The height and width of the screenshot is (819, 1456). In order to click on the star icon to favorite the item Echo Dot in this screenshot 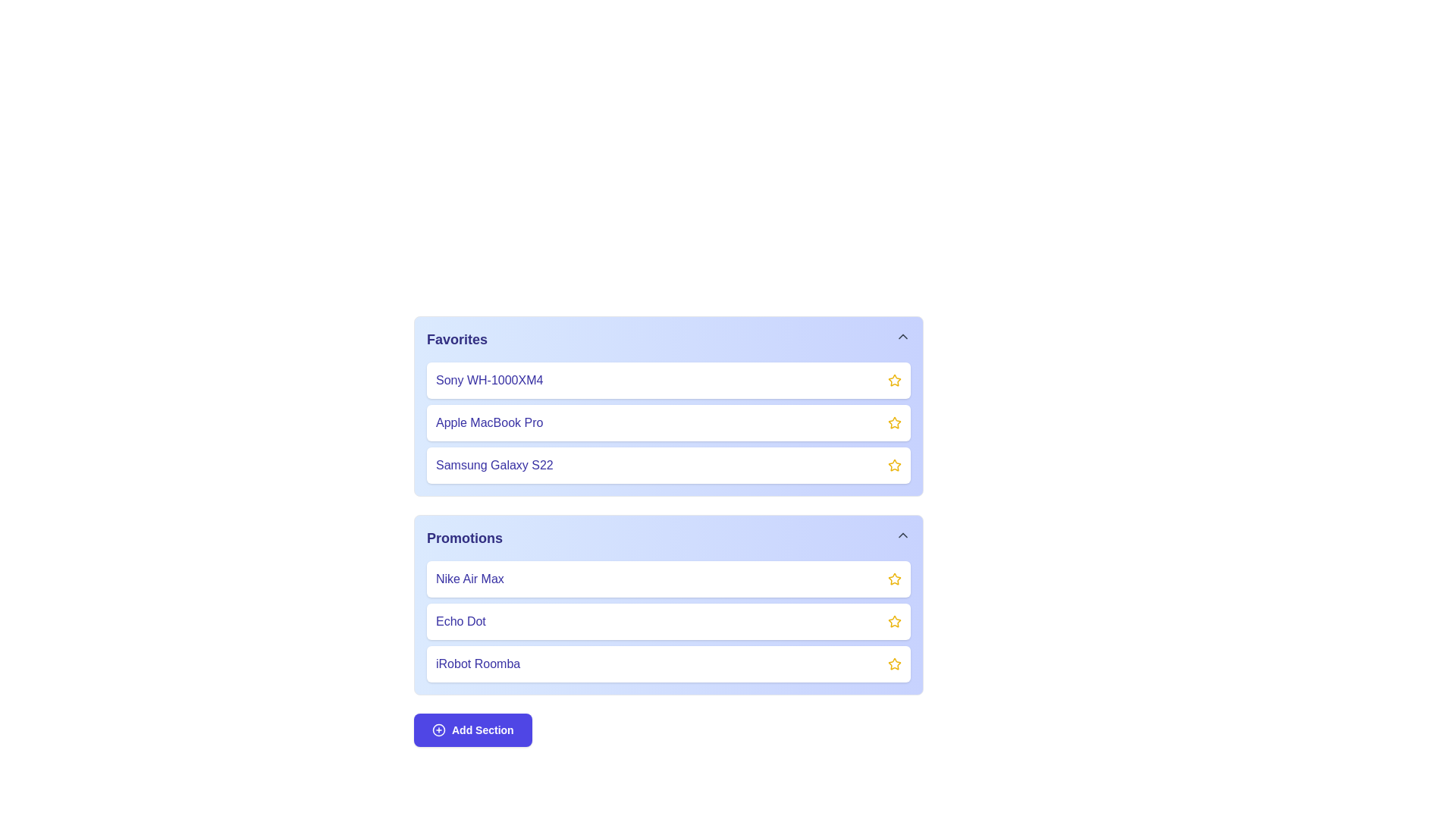, I will do `click(895, 622)`.